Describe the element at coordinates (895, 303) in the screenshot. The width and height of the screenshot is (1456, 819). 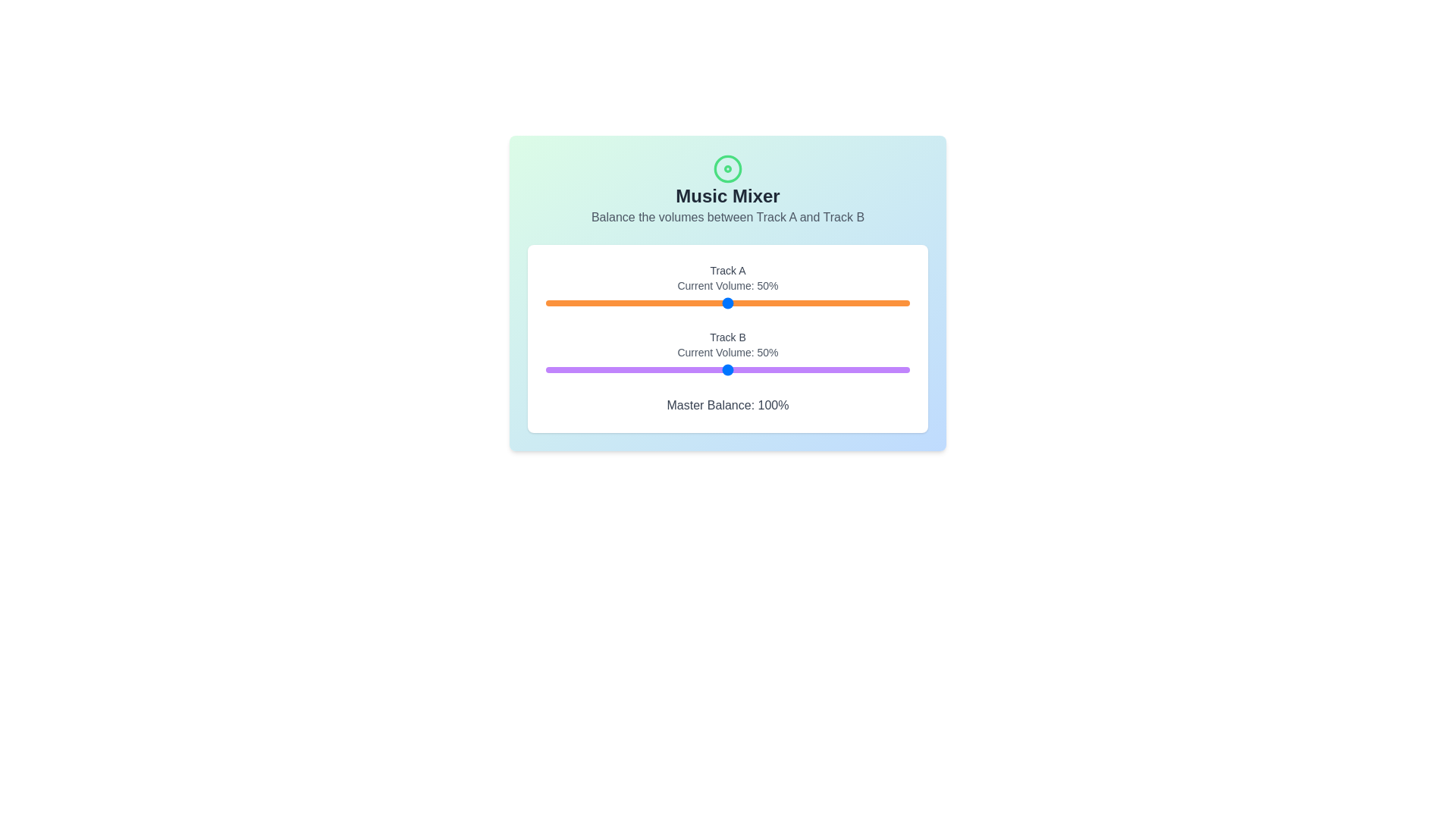
I see `the volume for Track A to 96% by interacting with the slider` at that location.